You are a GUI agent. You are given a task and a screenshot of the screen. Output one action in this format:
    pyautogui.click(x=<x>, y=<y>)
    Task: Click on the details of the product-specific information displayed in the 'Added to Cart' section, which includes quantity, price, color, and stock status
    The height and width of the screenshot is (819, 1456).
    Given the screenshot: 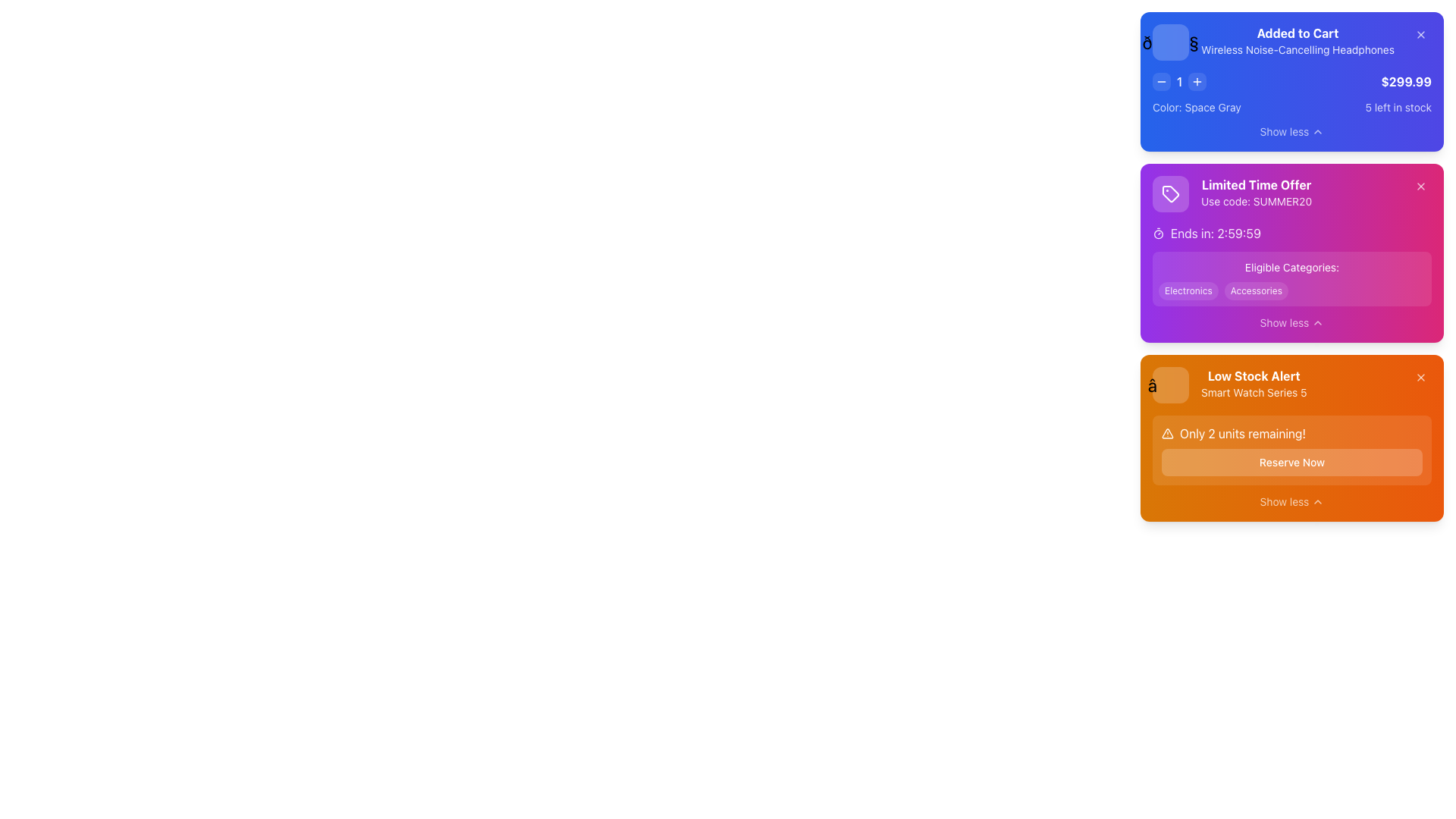 What is the action you would take?
    pyautogui.click(x=1291, y=93)
    